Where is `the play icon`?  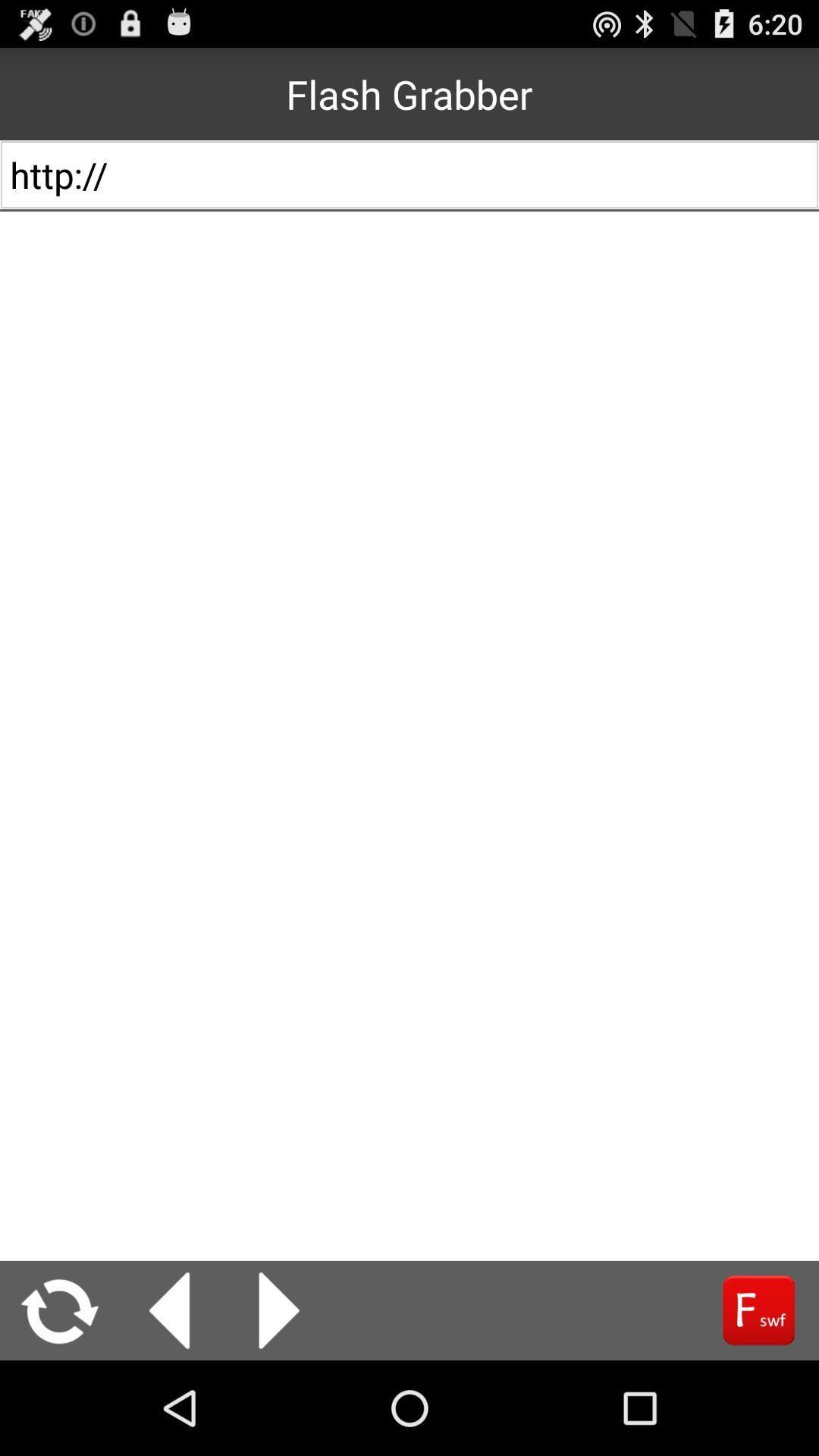
the play icon is located at coordinates (279, 1401).